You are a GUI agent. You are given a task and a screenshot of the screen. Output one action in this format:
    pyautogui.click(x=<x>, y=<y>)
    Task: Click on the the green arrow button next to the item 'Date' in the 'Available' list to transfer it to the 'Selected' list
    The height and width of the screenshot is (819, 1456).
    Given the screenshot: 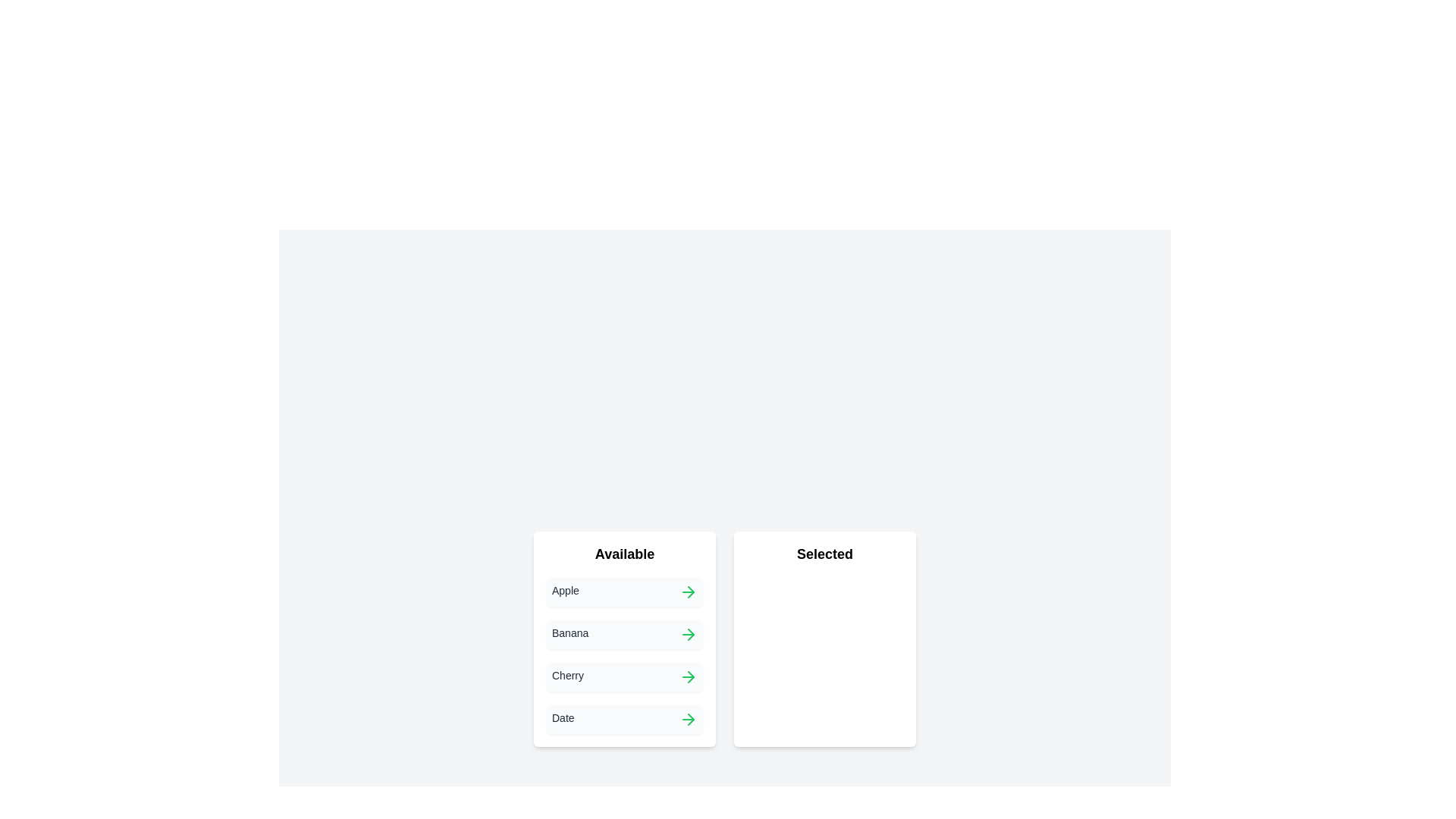 What is the action you would take?
    pyautogui.click(x=687, y=718)
    